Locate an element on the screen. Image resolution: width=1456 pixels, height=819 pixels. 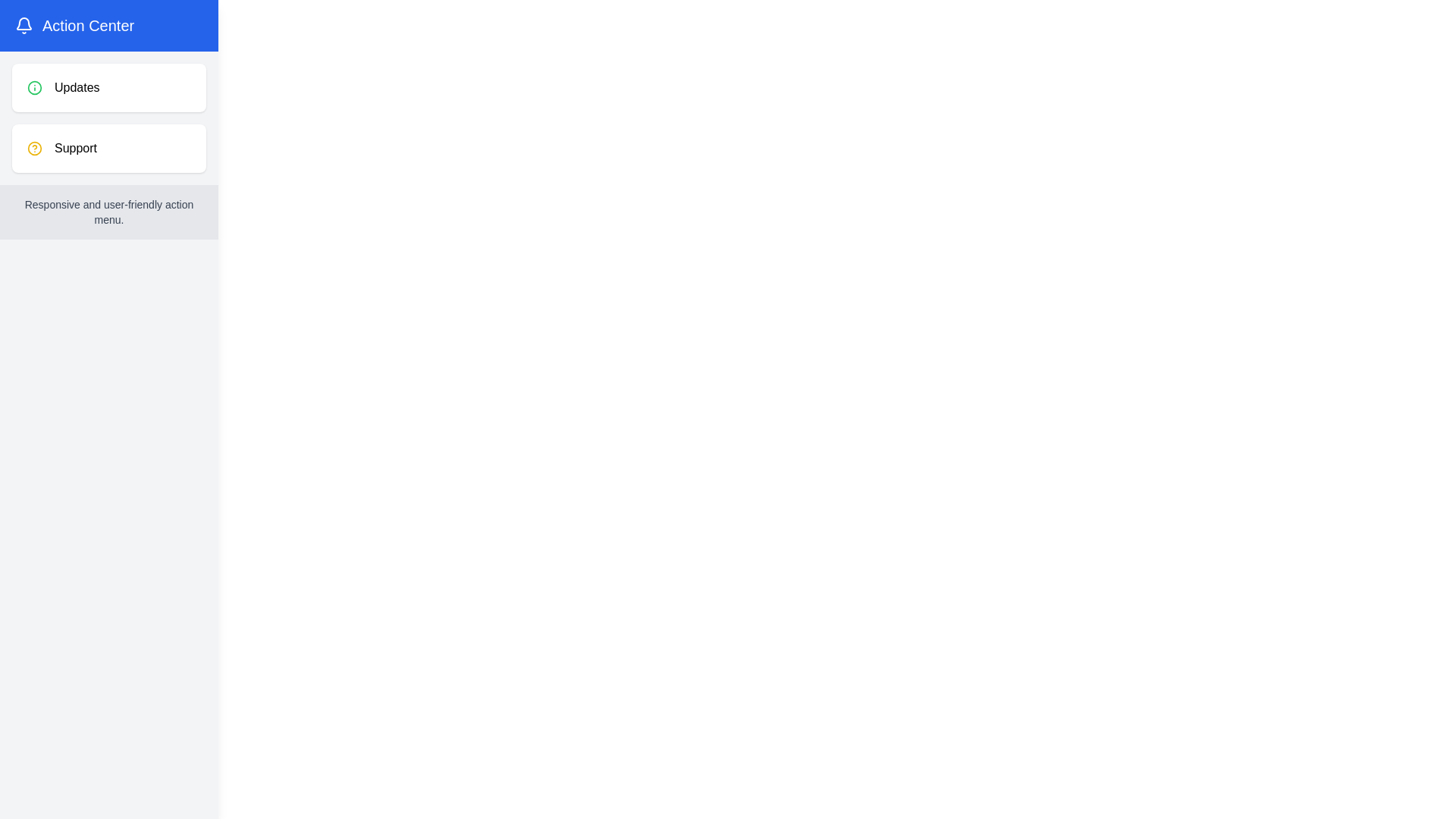
the descriptive text 'Responsive and user-friendly action menu.' is located at coordinates (108, 212).